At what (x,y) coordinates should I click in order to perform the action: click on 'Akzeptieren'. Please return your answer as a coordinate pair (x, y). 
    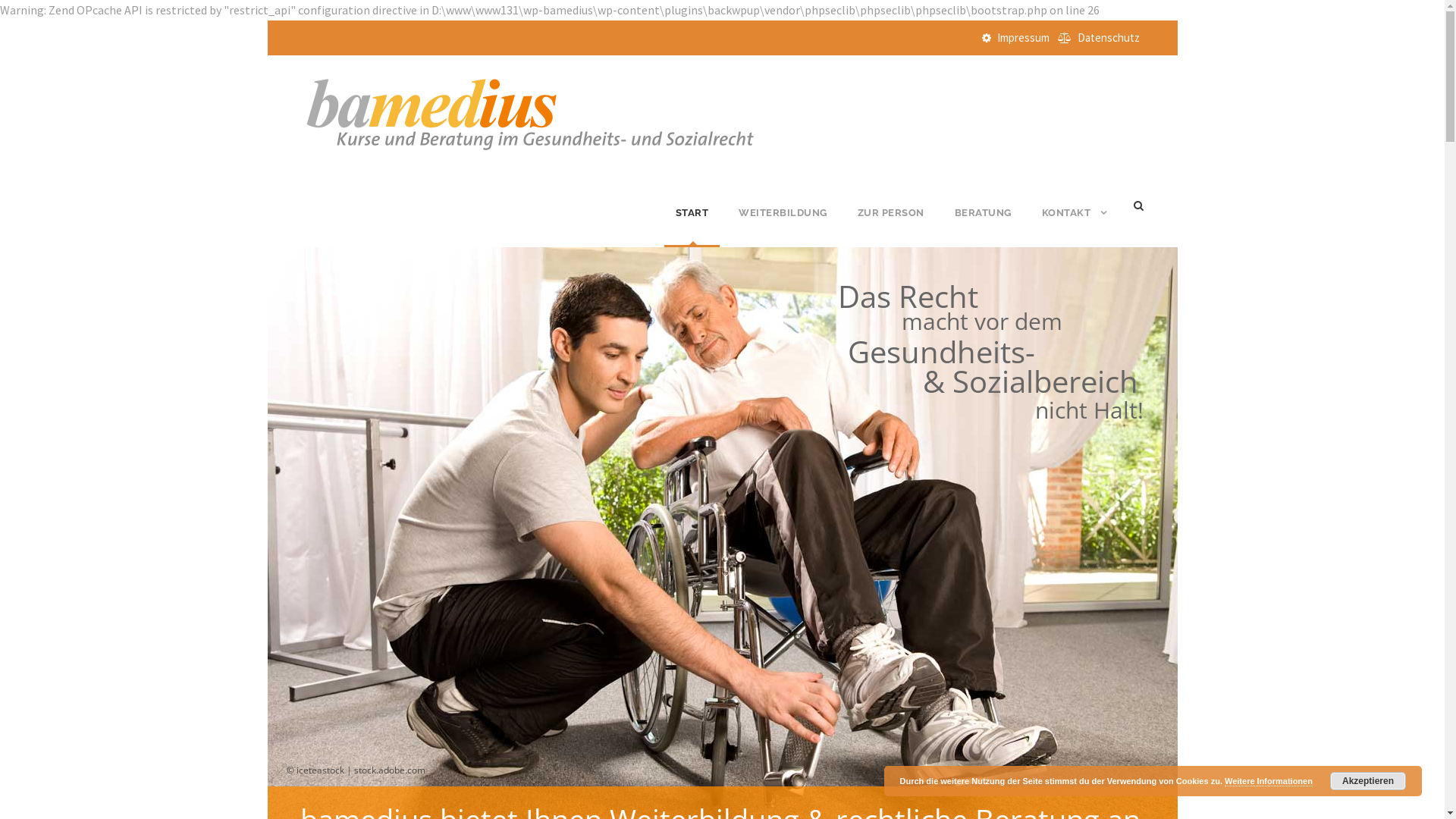
    Looking at the image, I should click on (1329, 780).